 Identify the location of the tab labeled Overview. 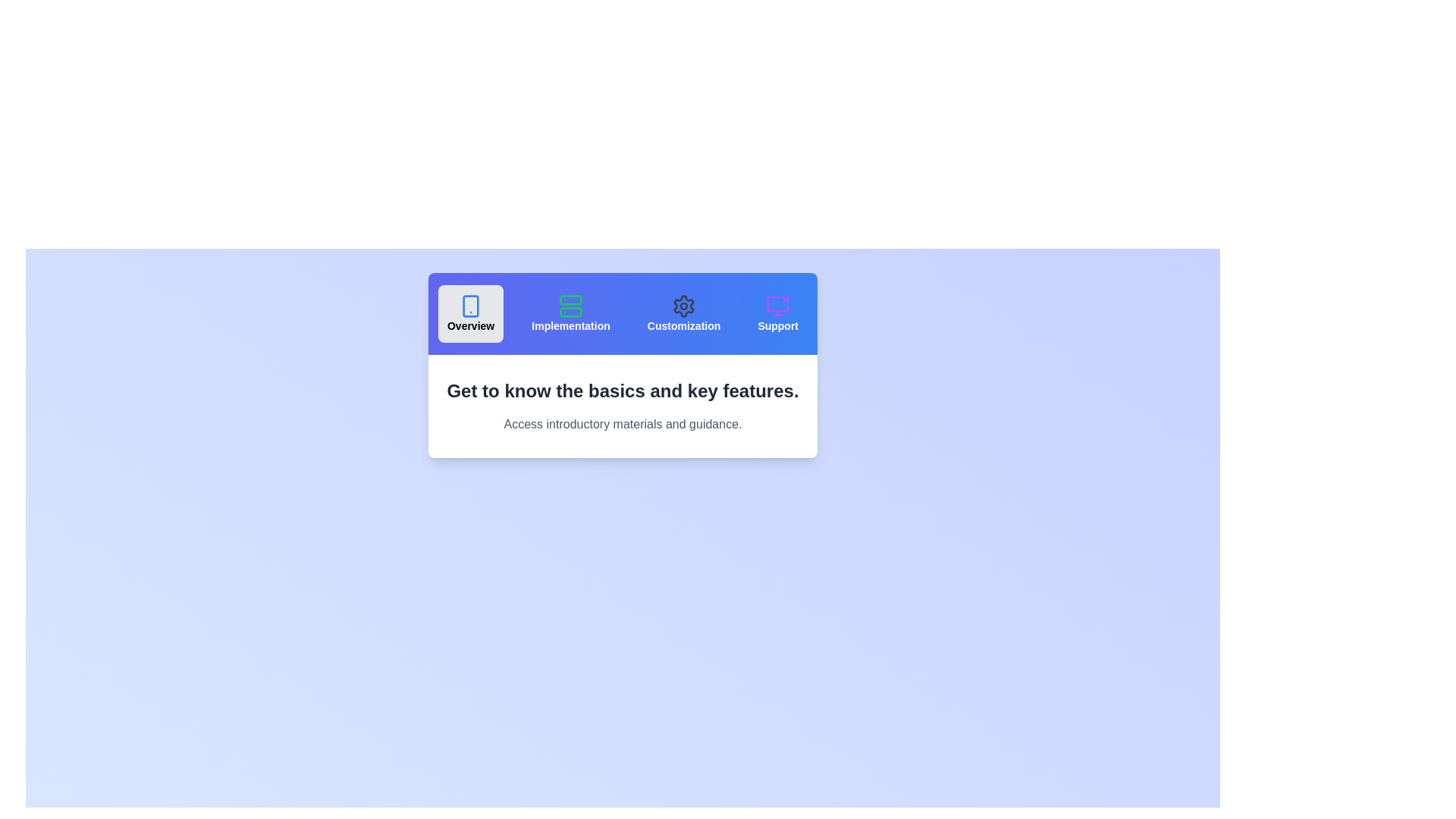
(469, 312).